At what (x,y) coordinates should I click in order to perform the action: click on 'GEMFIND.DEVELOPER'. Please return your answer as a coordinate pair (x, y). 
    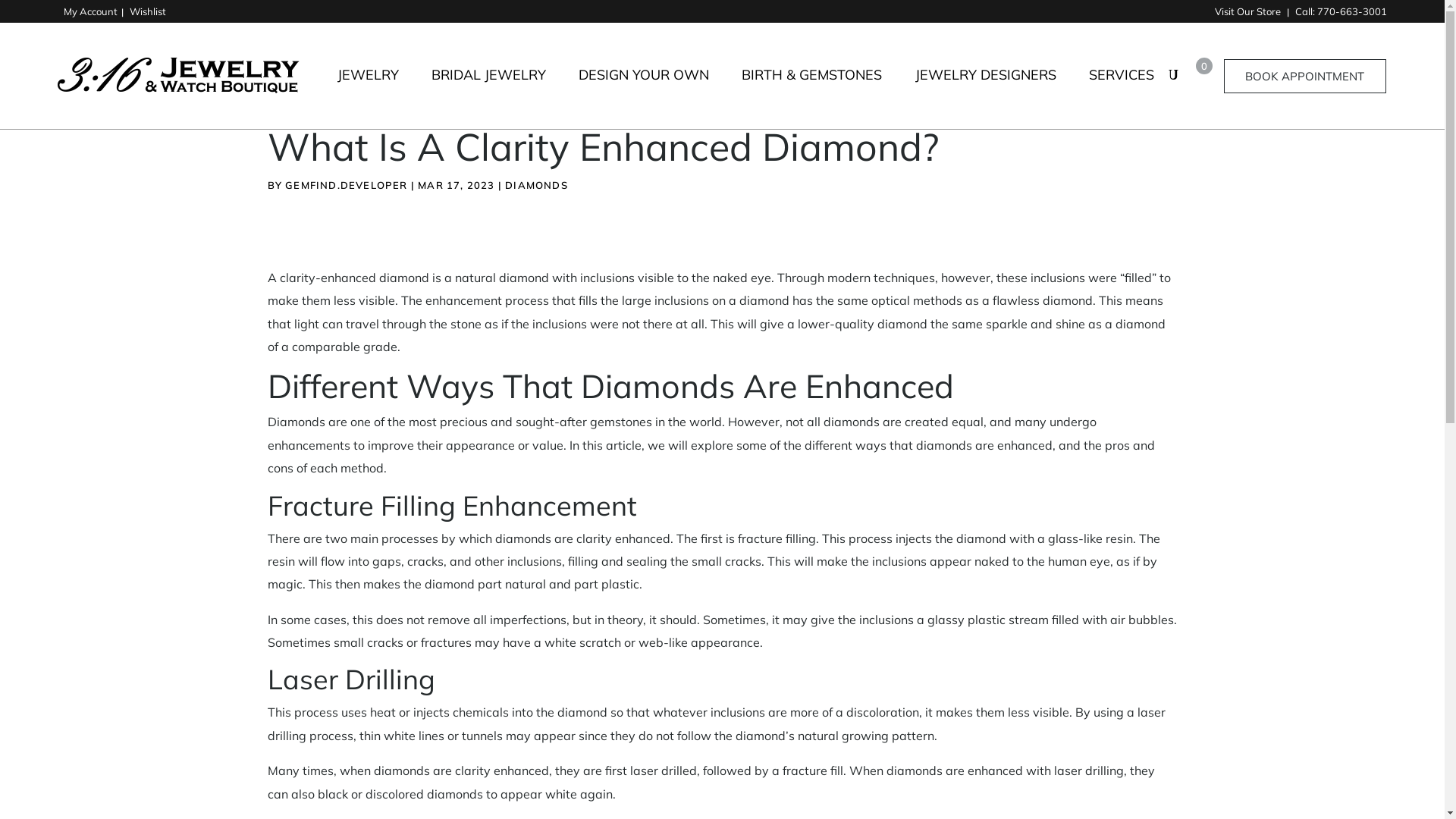
    Looking at the image, I should click on (345, 184).